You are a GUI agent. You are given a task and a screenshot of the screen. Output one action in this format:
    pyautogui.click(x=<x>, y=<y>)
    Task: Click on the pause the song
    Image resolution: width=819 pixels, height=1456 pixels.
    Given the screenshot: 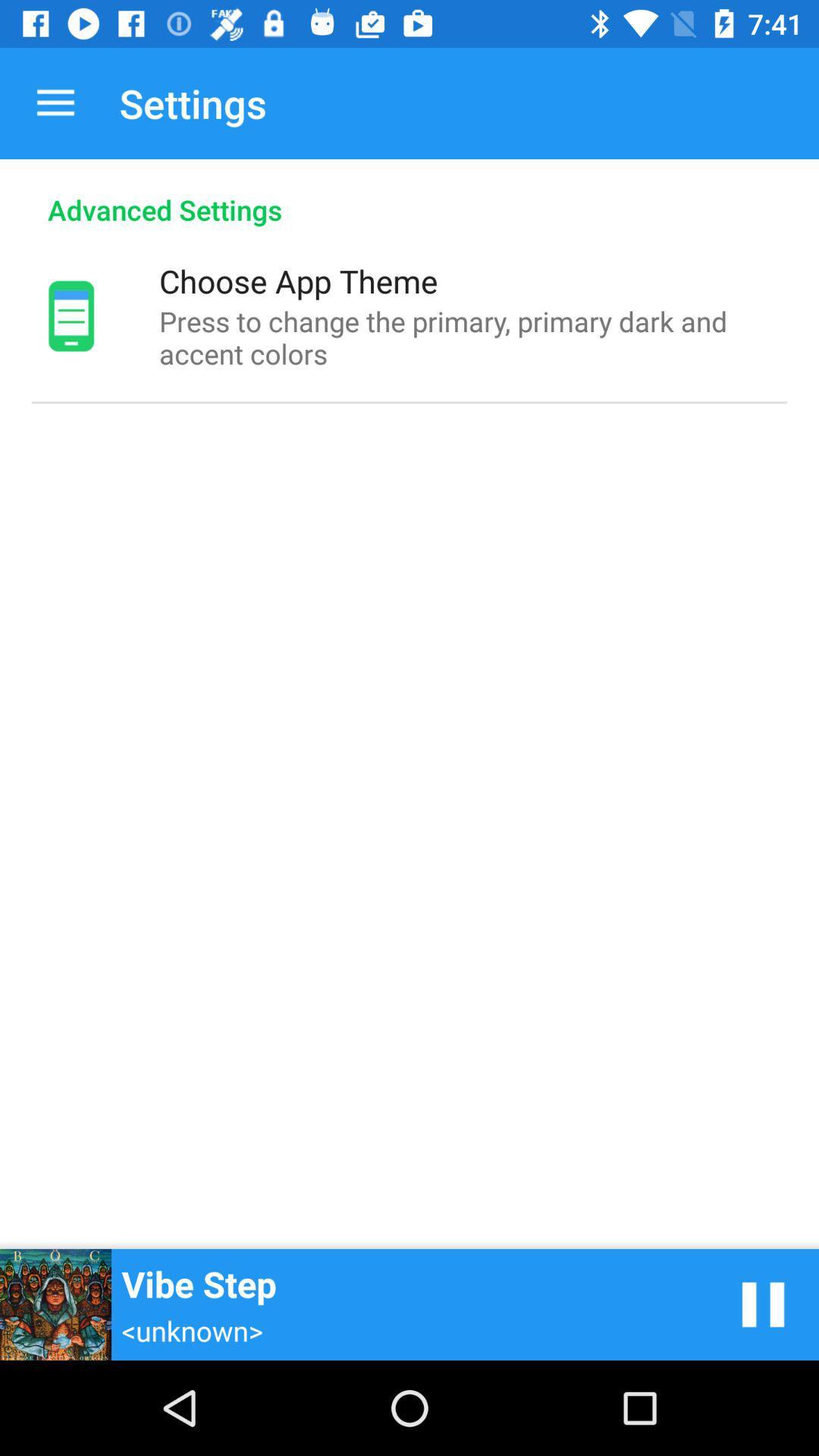 What is the action you would take?
    pyautogui.click(x=763, y=1304)
    